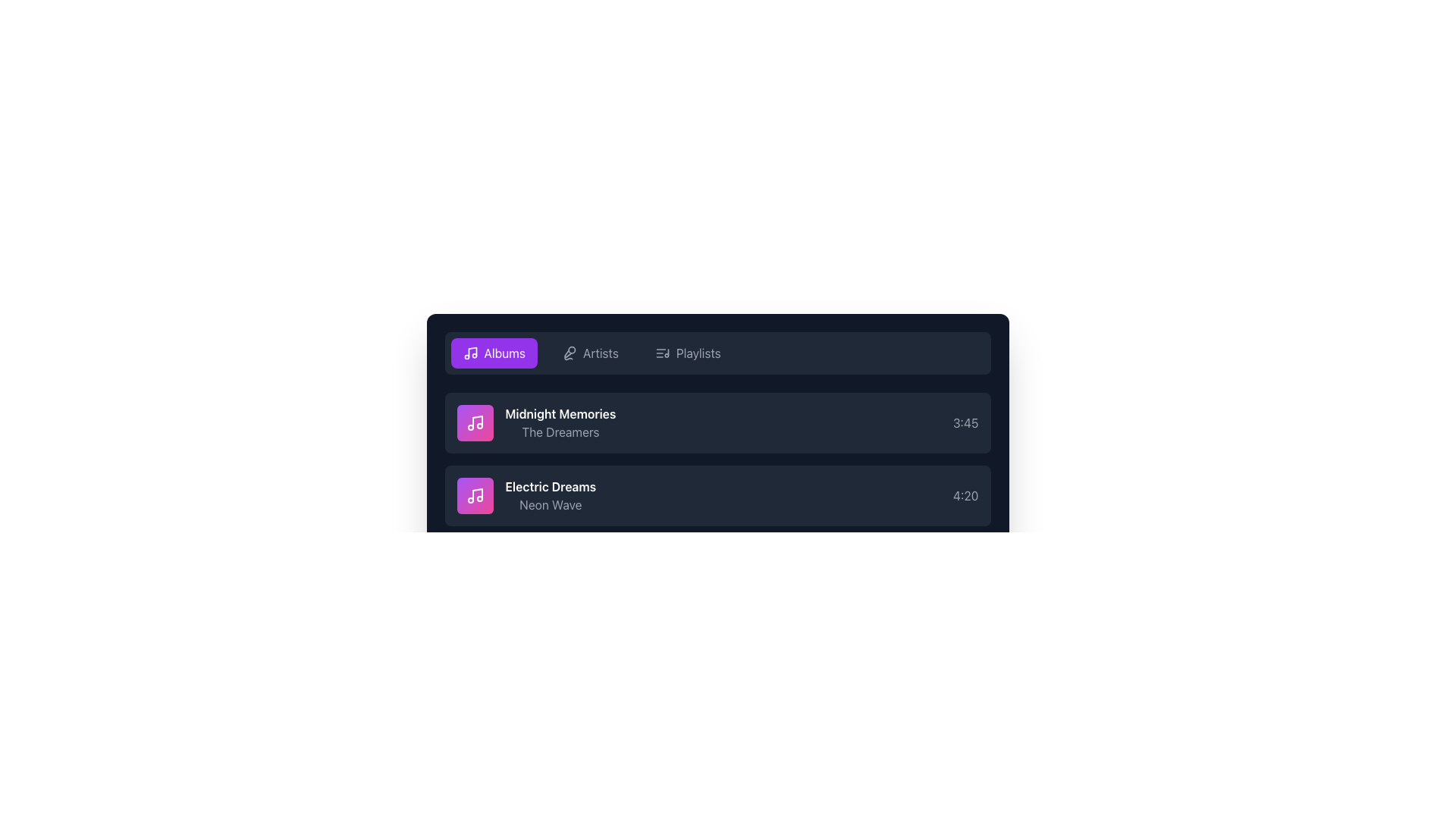 The width and height of the screenshot is (1456, 819). What do you see at coordinates (536, 423) in the screenshot?
I see `the 'Midnight Memories' text description component` at bounding box center [536, 423].